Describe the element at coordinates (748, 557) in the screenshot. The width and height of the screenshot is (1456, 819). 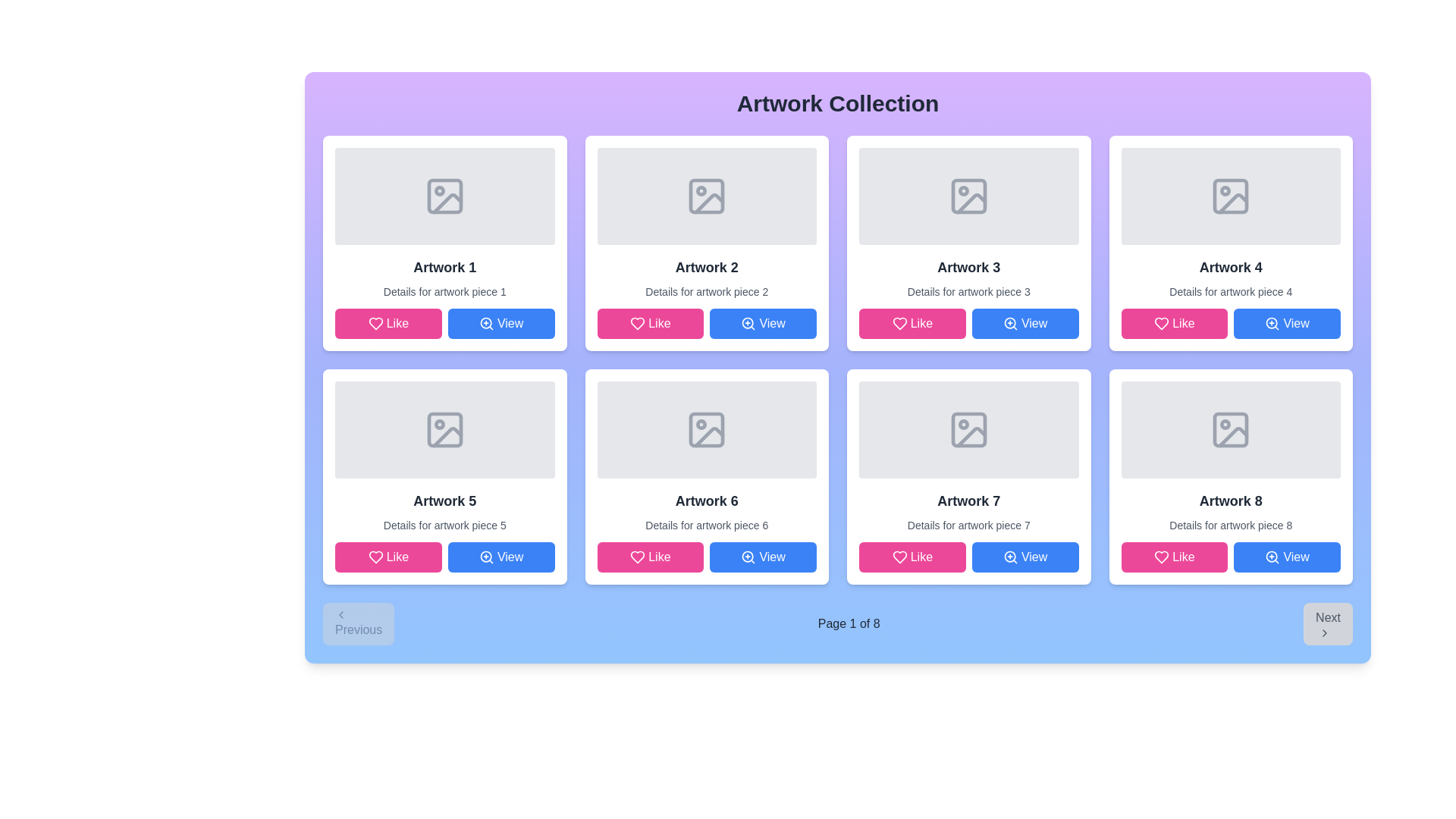
I see `the magnifying glass icon with a plus sign inside, located within the 'View' button below the 'Artwork 6' card` at that location.